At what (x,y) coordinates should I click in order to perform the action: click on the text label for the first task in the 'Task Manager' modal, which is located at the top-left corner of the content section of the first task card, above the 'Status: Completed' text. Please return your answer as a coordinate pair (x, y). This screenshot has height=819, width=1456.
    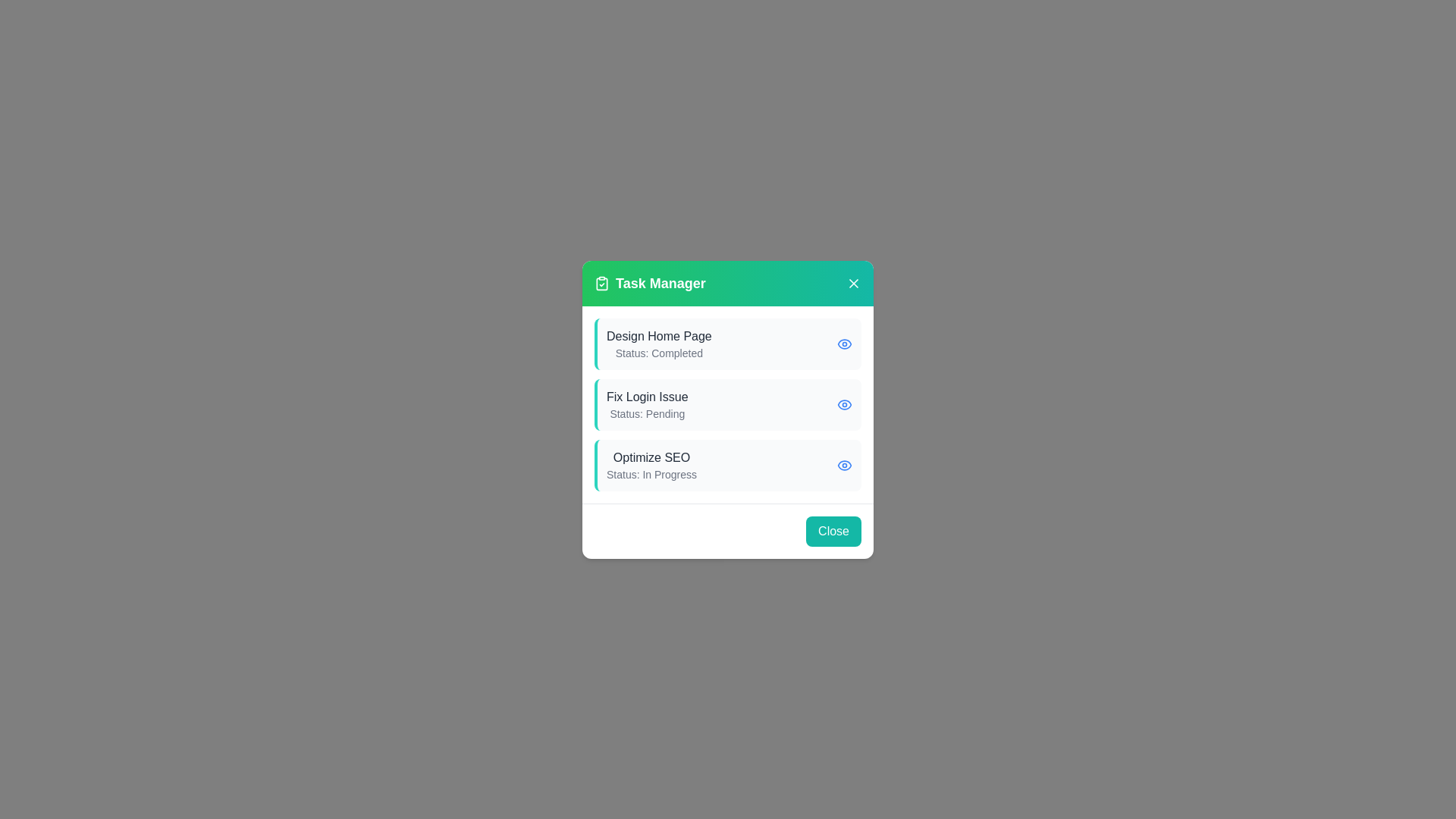
    Looking at the image, I should click on (659, 335).